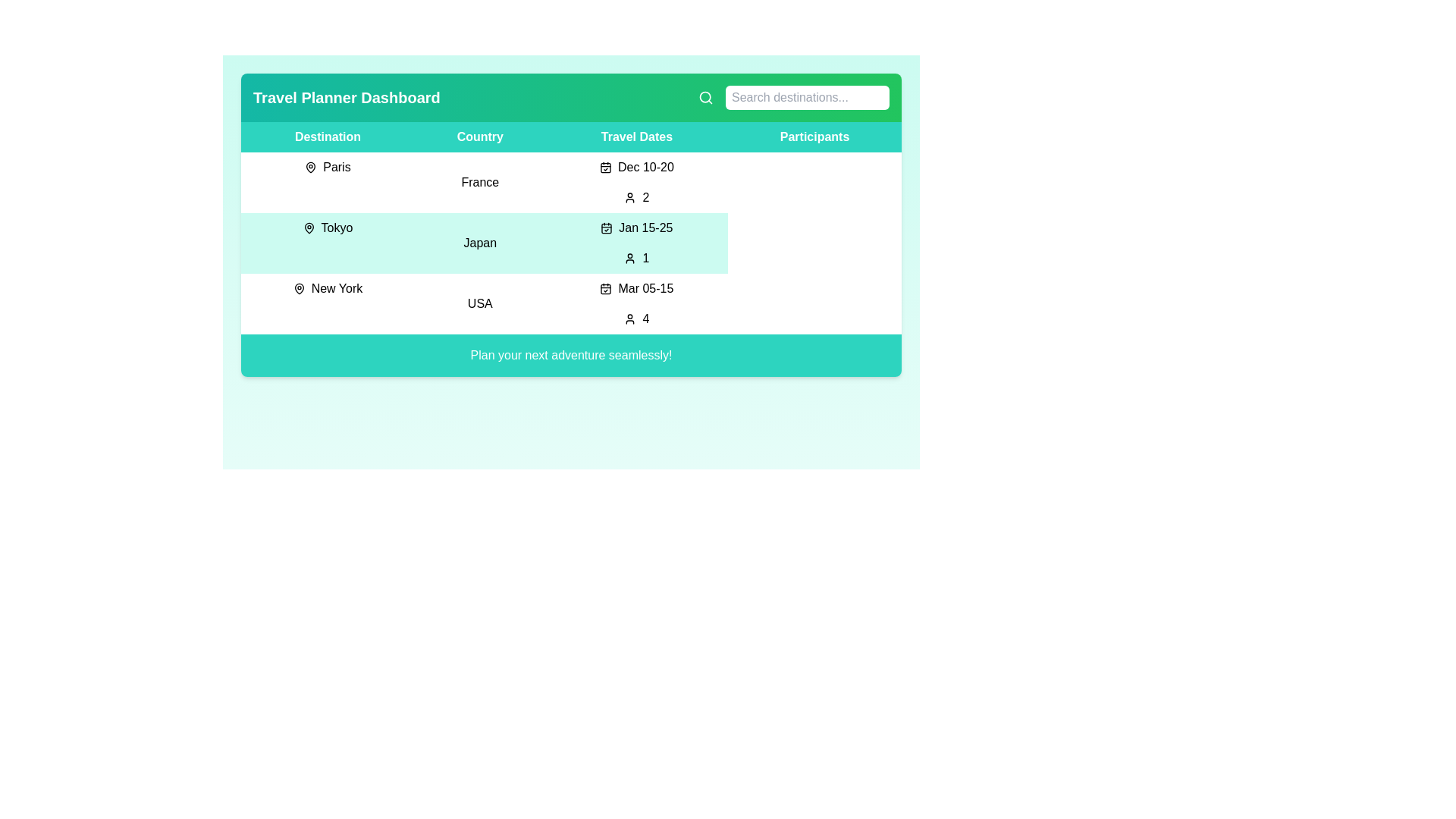 Image resolution: width=1456 pixels, height=819 pixels. I want to click on the map pin icon representing 'New York' in the 'Destination' column, which has a teardrop shape and an empty circular area at its center, so click(299, 289).